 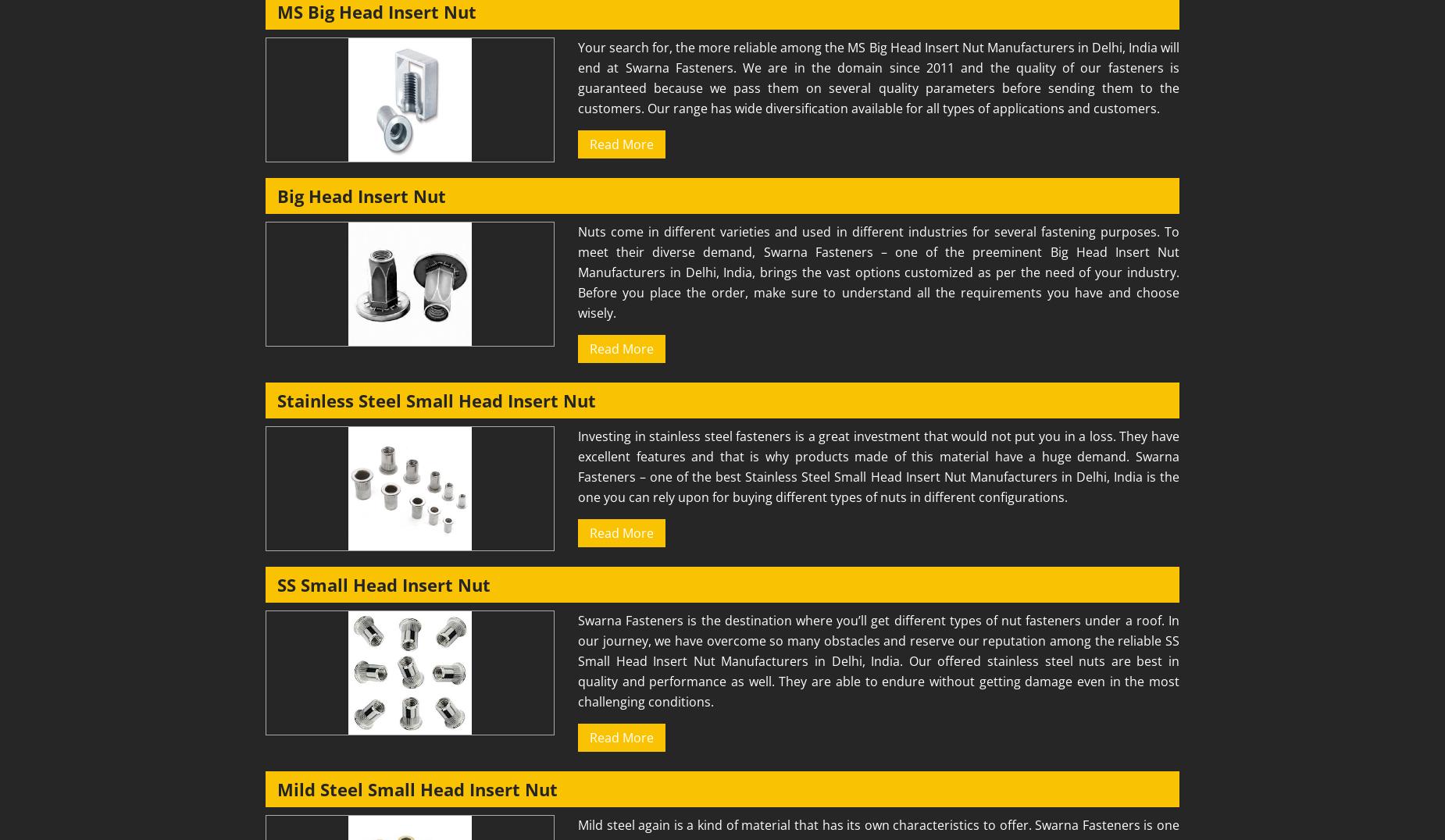 What do you see at coordinates (277, 196) in the screenshot?
I see `'Big Head Insert Nut'` at bounding box center [277, 196].